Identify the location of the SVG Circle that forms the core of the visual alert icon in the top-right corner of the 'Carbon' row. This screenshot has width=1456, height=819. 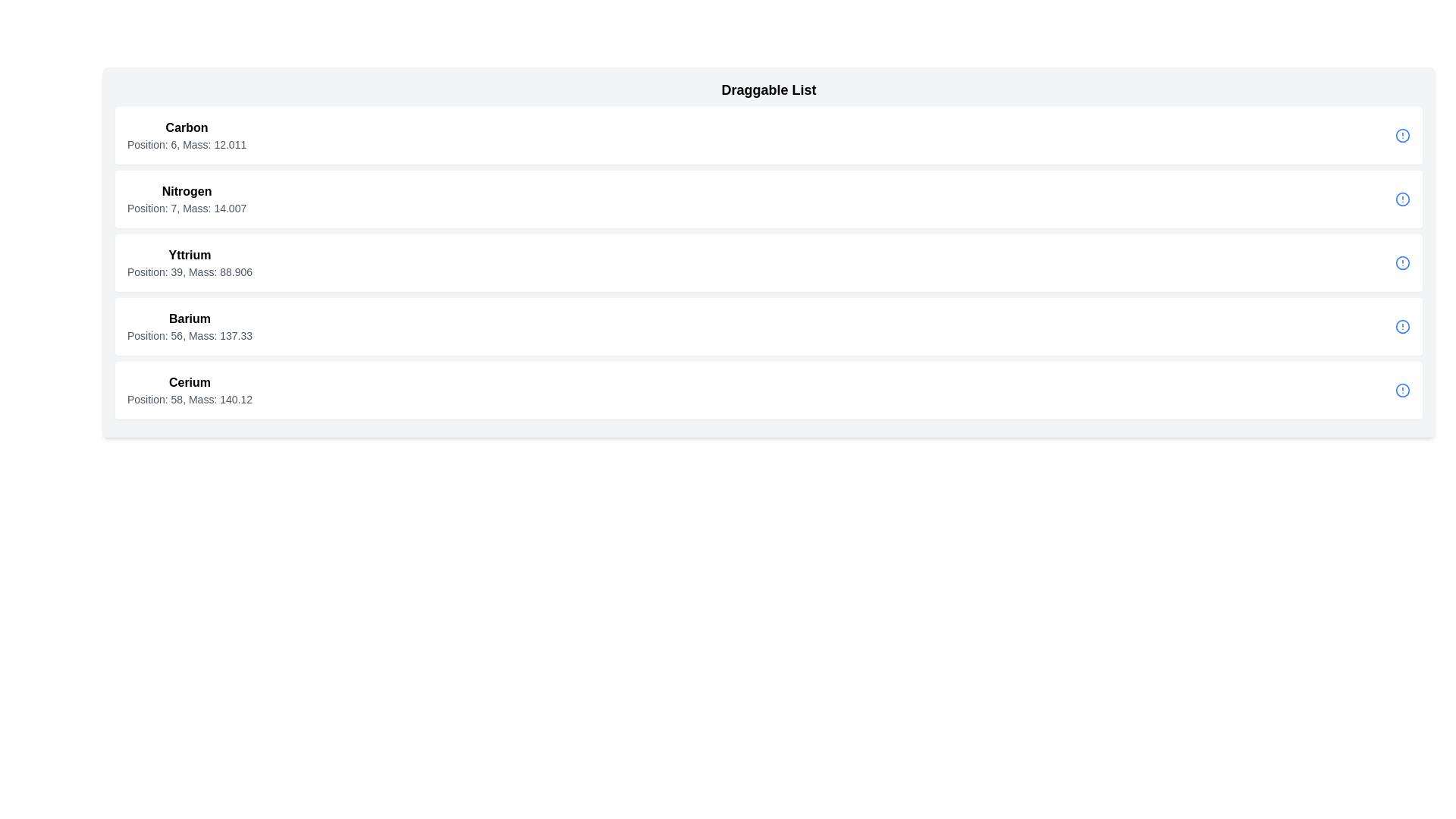
(1401, 134).